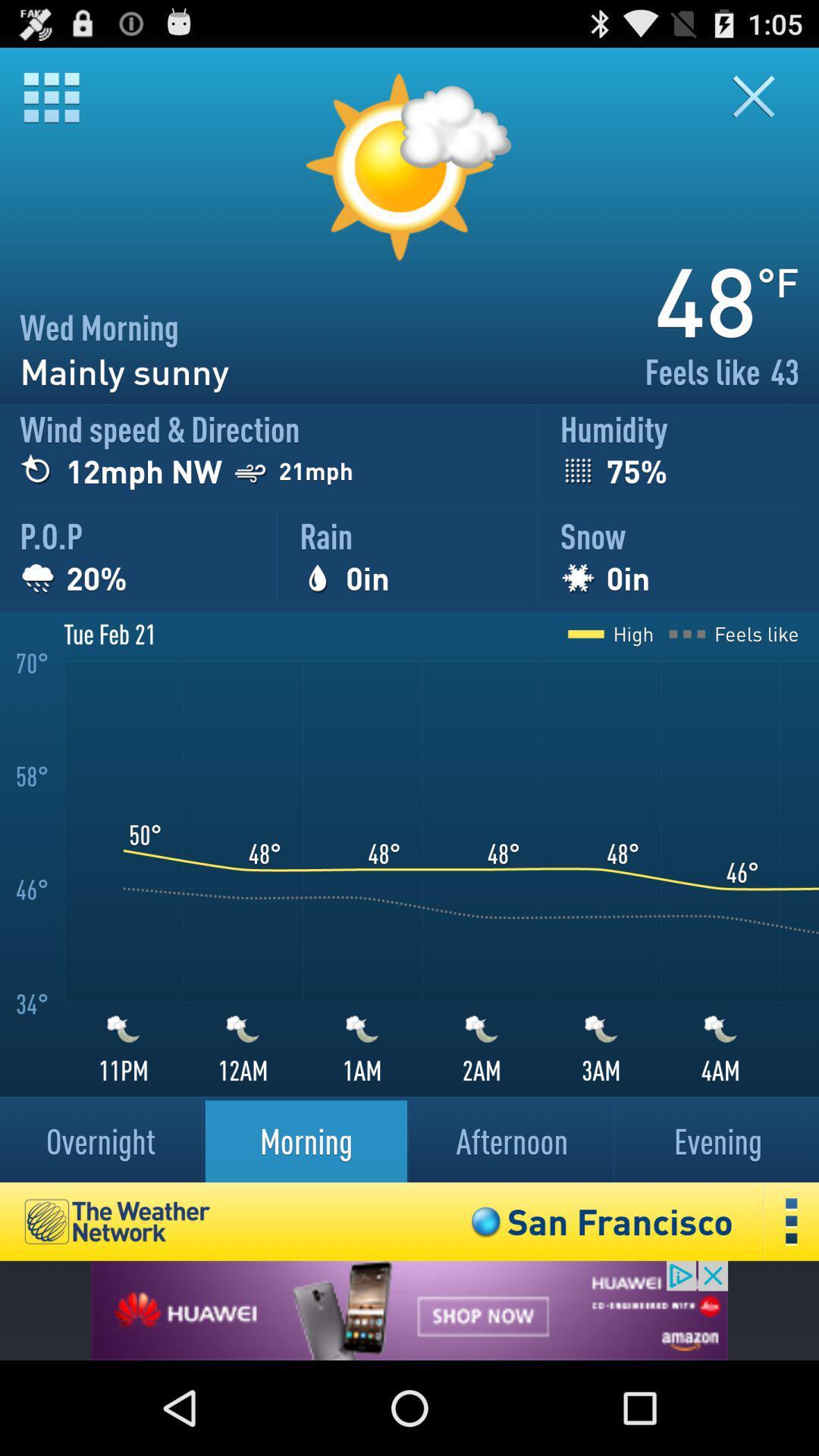  Describe the element at coordinates (791, 1222) in the screenshot. I see `expand menu options` at that location.